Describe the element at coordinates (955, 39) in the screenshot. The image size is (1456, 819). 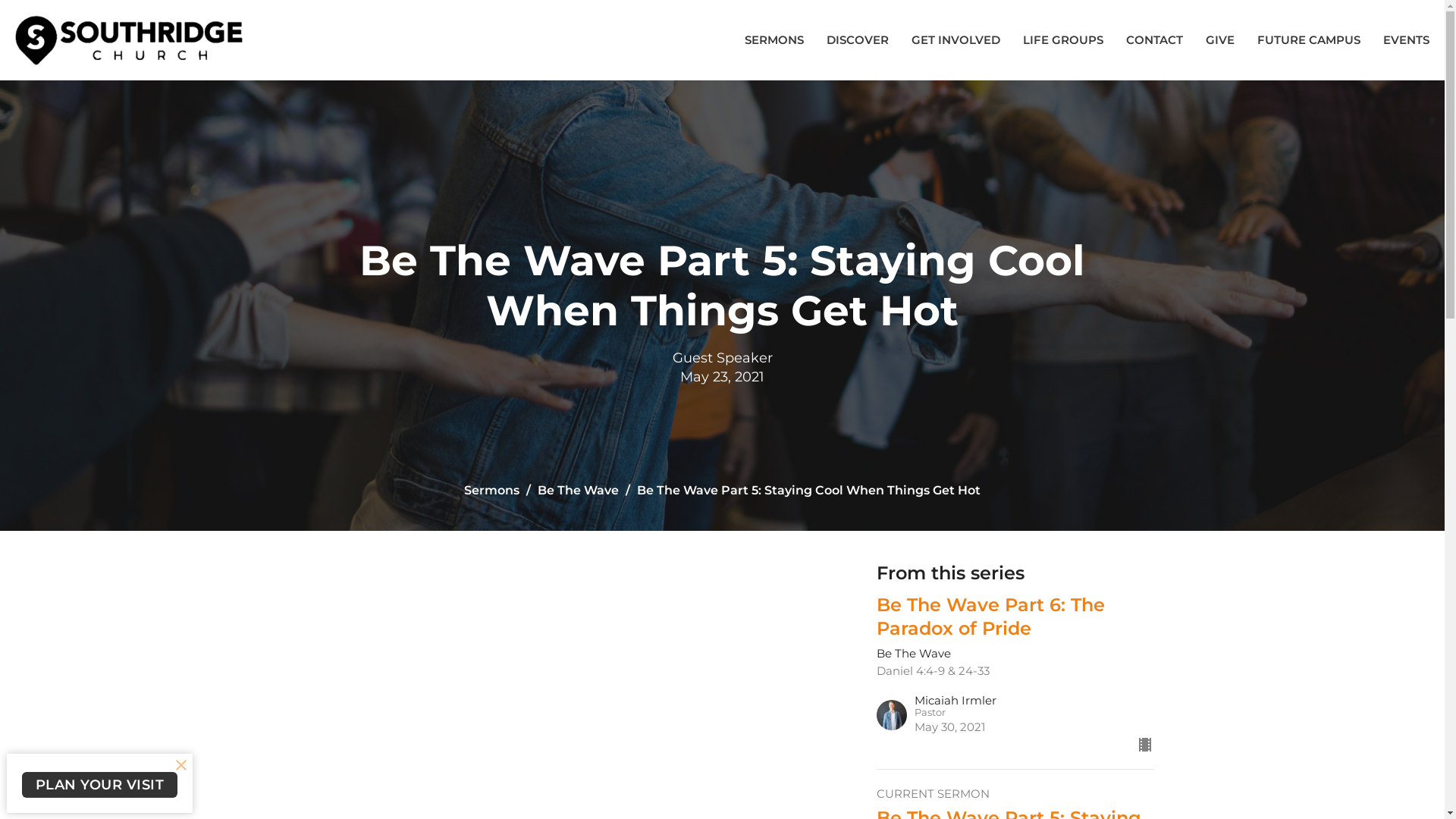
I see `'GET INVOLVED'` at that location.